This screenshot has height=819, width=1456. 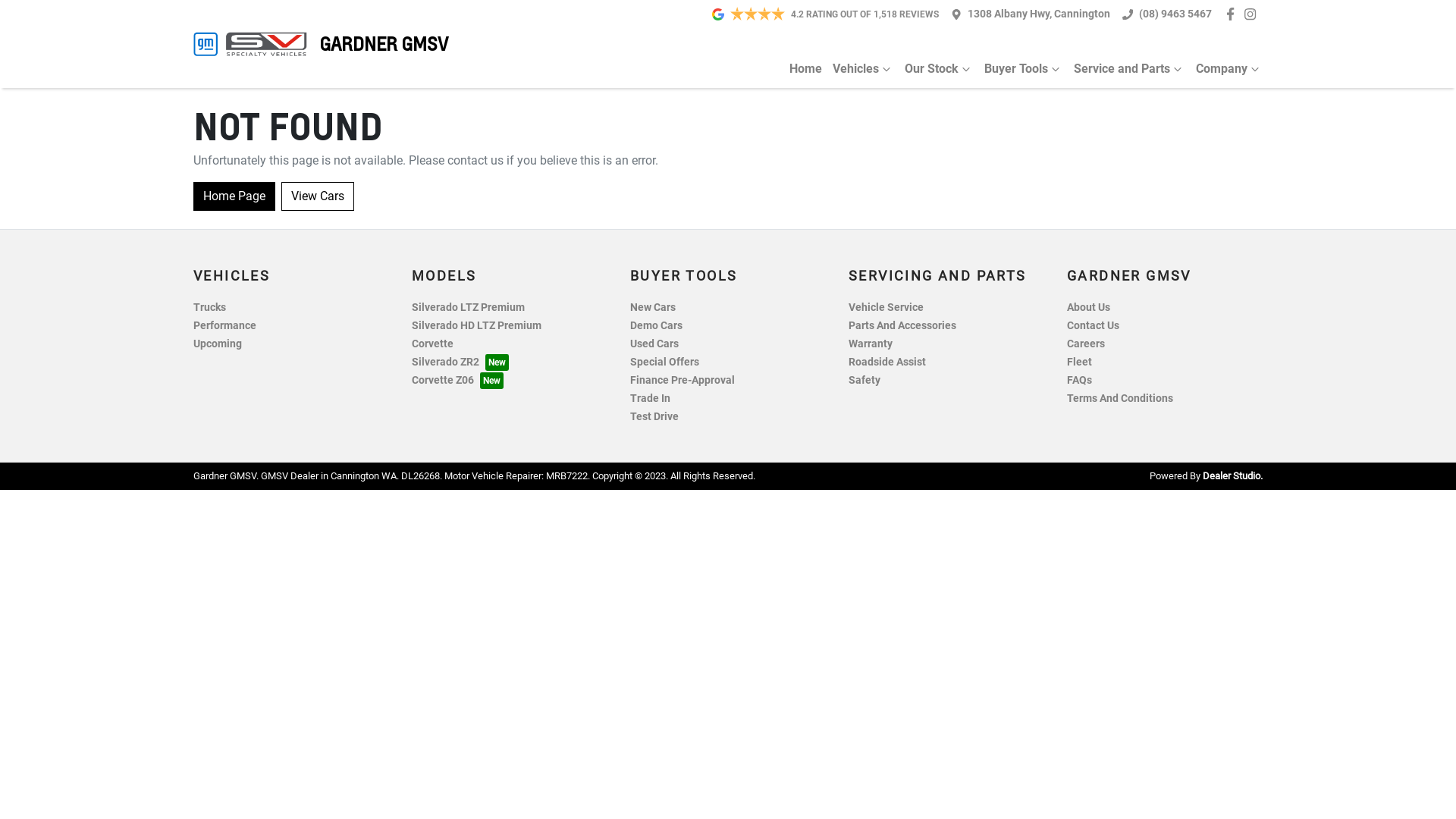 I want to click on 'Used Cars', so click(x=654, y=344).